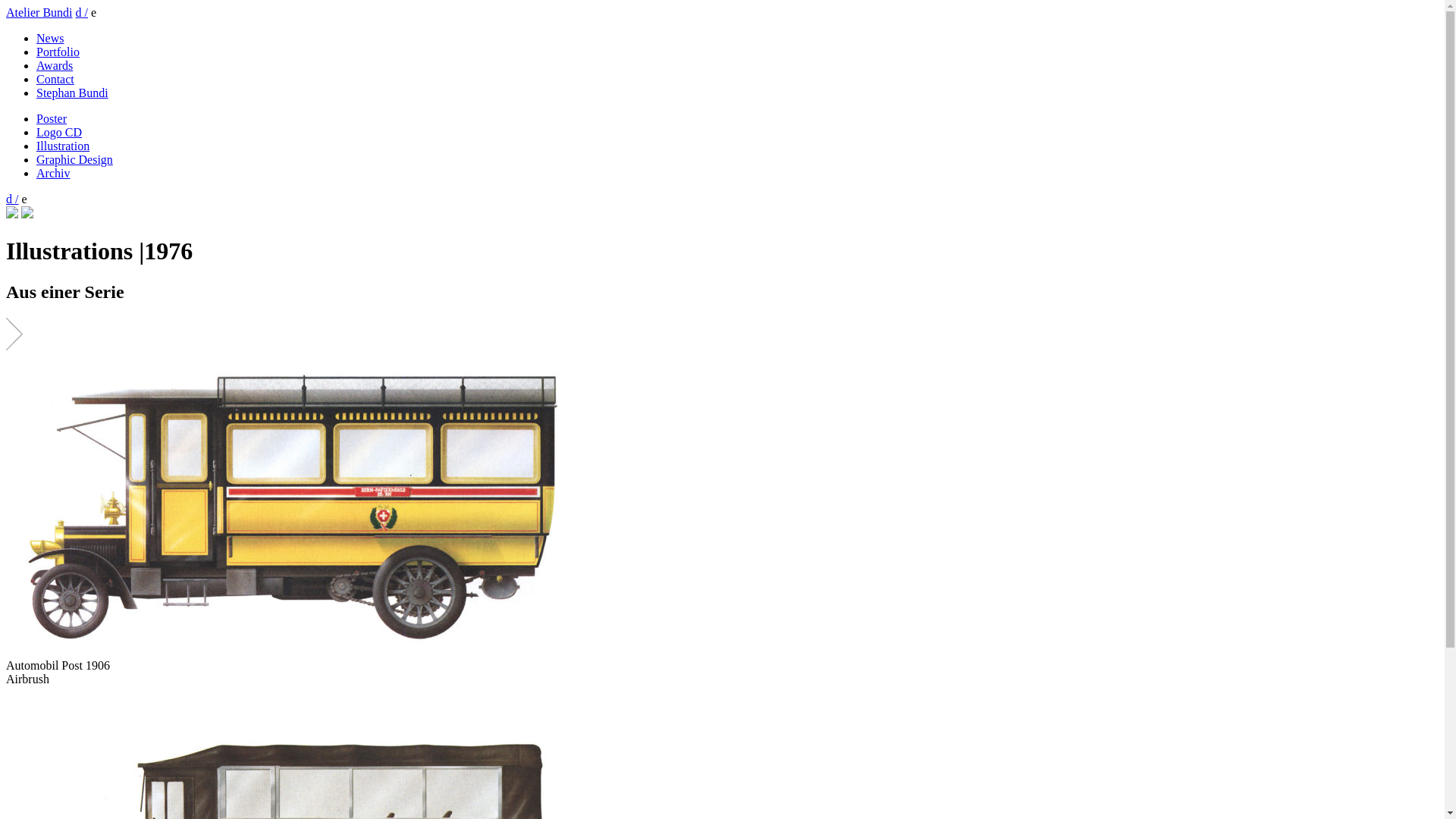 The image size is (1456, 819). What do you see at coordinates (58, 51) in the screenshot?
I see `'Portfolio'` at bounding box center [58, 51].